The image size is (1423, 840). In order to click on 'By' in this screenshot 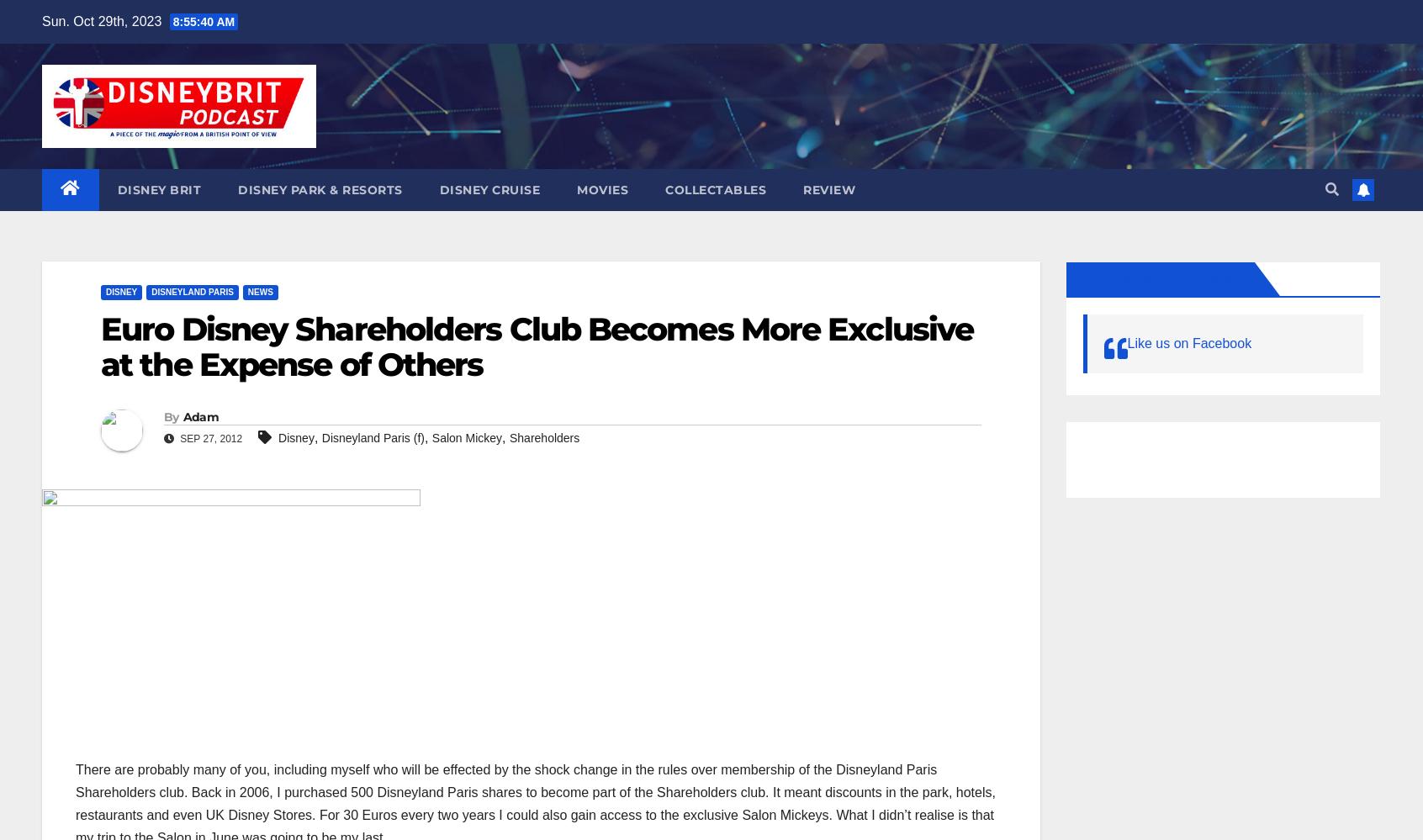, I will do `click(170, 417)`.